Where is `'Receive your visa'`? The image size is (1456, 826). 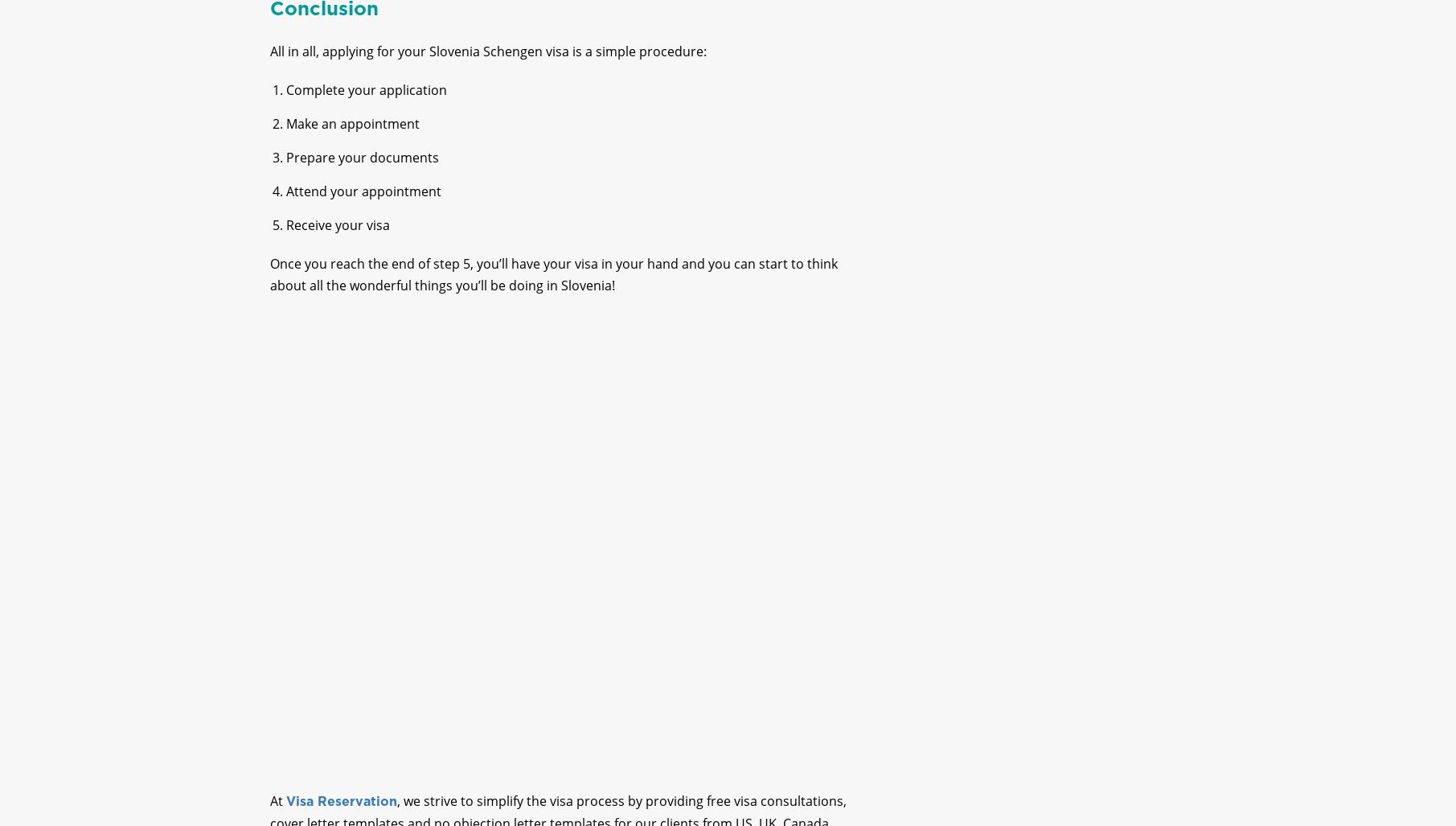 'Receive your visa' is located at coordinates (284, 238).